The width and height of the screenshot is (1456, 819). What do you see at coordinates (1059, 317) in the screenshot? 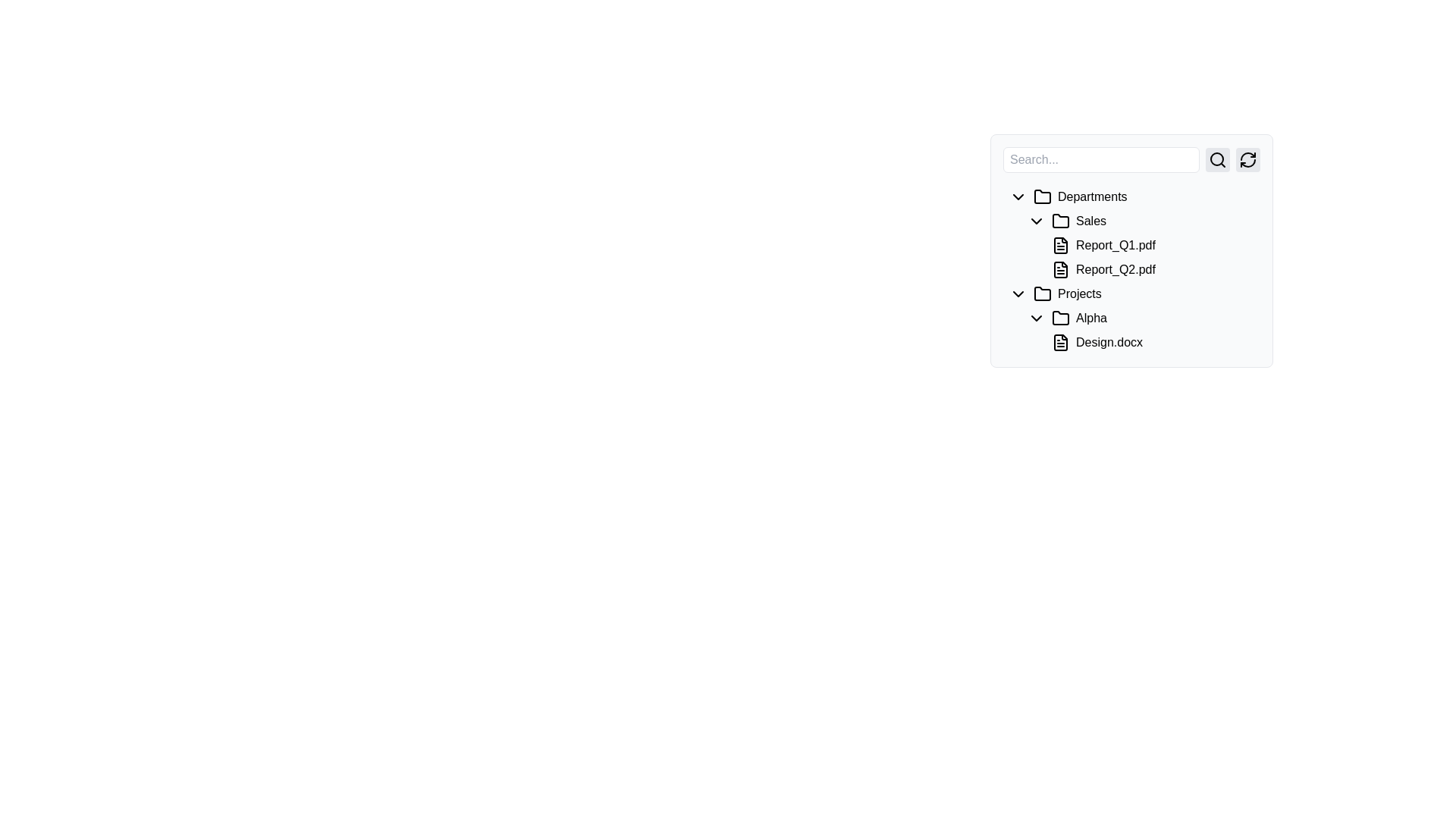
I see `the 'Alpha' folder icon located in the tree view under the 'Projects' category` at bounding box center [1059, 317].